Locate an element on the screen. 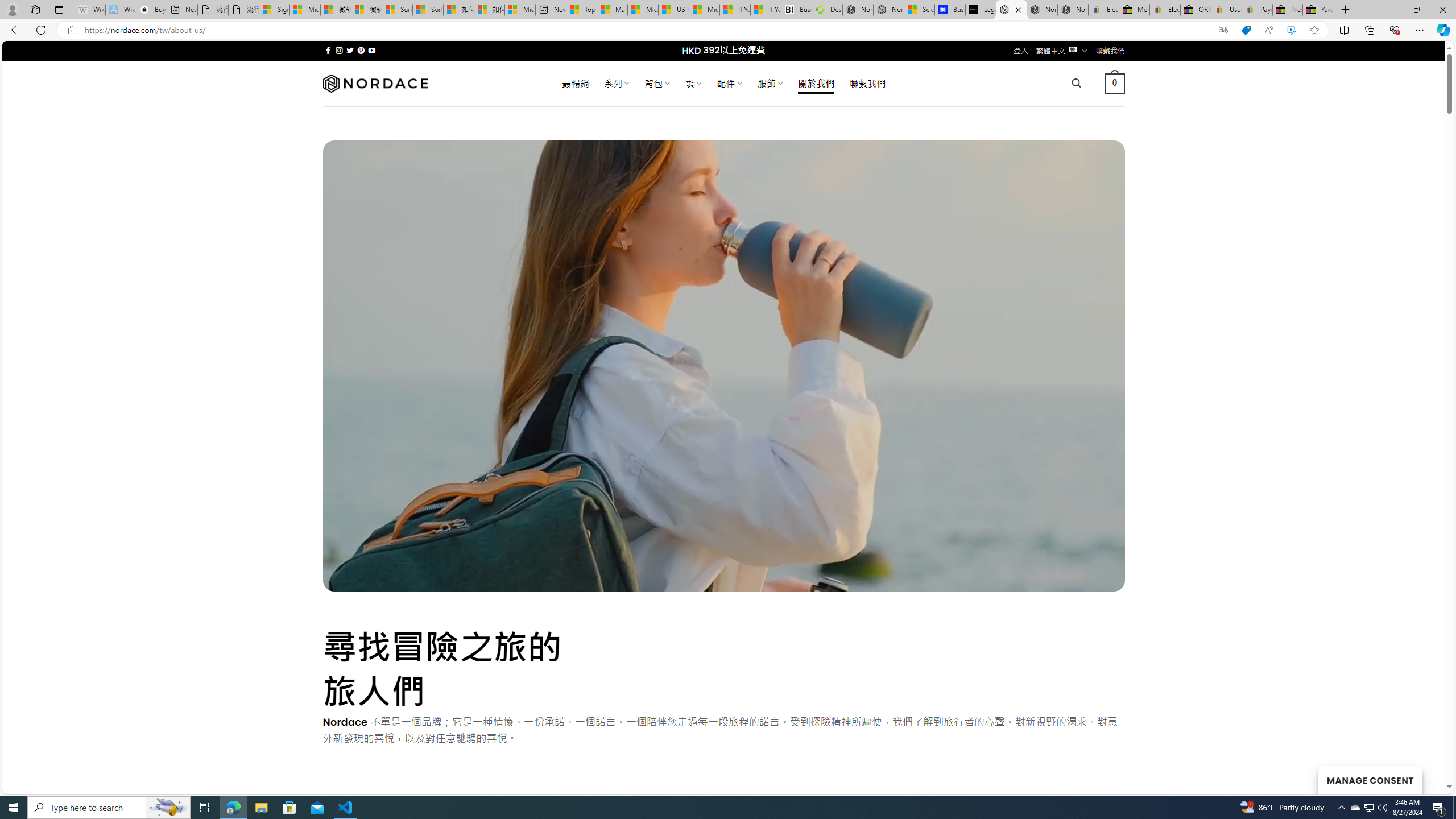 This screenshot has height=819, width=1456. 'Descarga Driver Updater' is located at coordinates (827, 9).